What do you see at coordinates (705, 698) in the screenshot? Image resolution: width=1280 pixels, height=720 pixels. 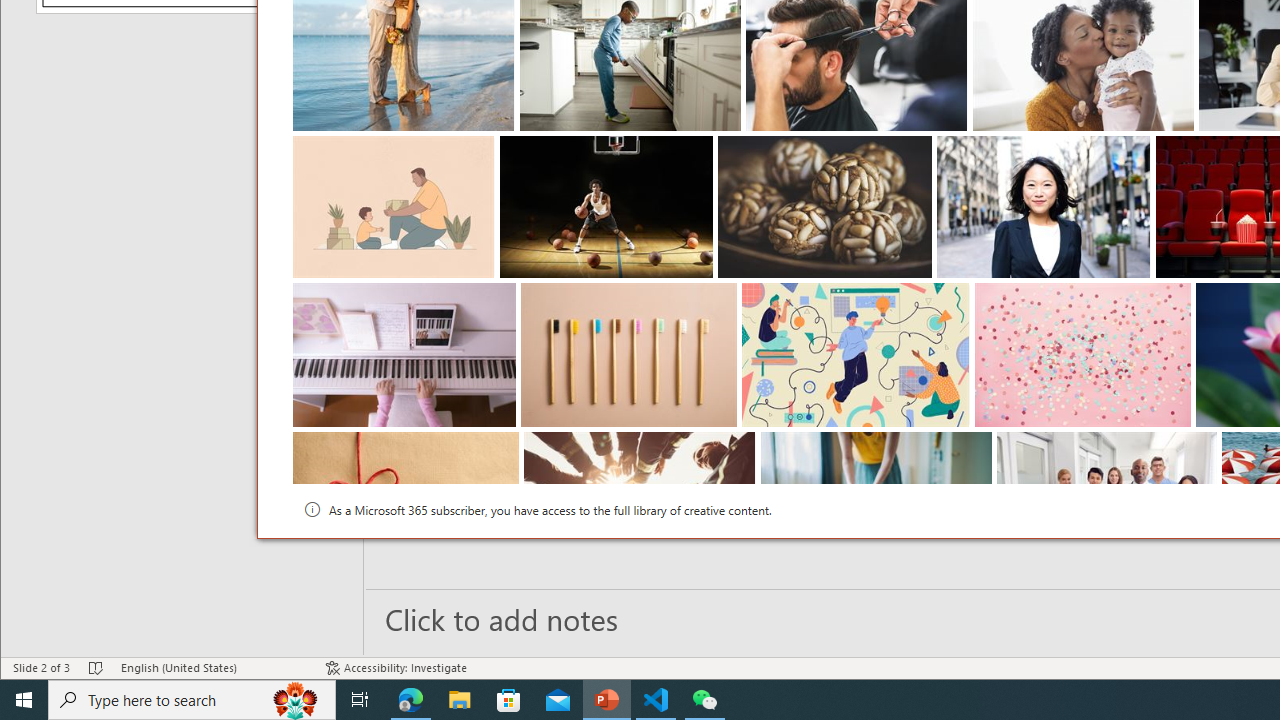 I see `'WeChat - 1 running window'` at bounding box center [705, 698].